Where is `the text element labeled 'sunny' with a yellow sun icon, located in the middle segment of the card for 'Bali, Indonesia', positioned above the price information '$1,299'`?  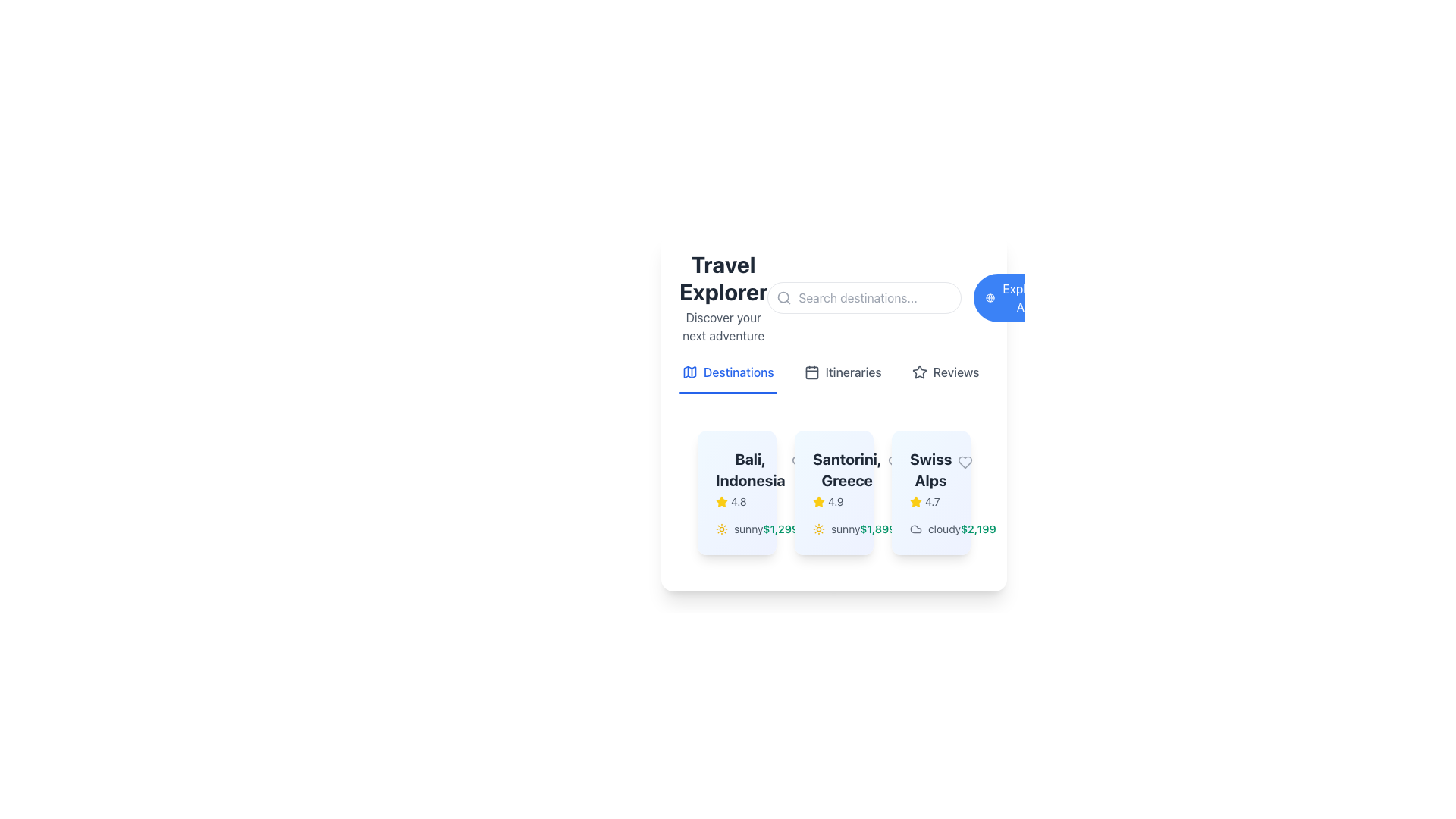 the text element labeled 'sunny' with a yellow sun icon, located in the middle segment of the card for 'Bali, Indonesia', positioned above the price information '$1,299' is located at coordinates (736, 529).